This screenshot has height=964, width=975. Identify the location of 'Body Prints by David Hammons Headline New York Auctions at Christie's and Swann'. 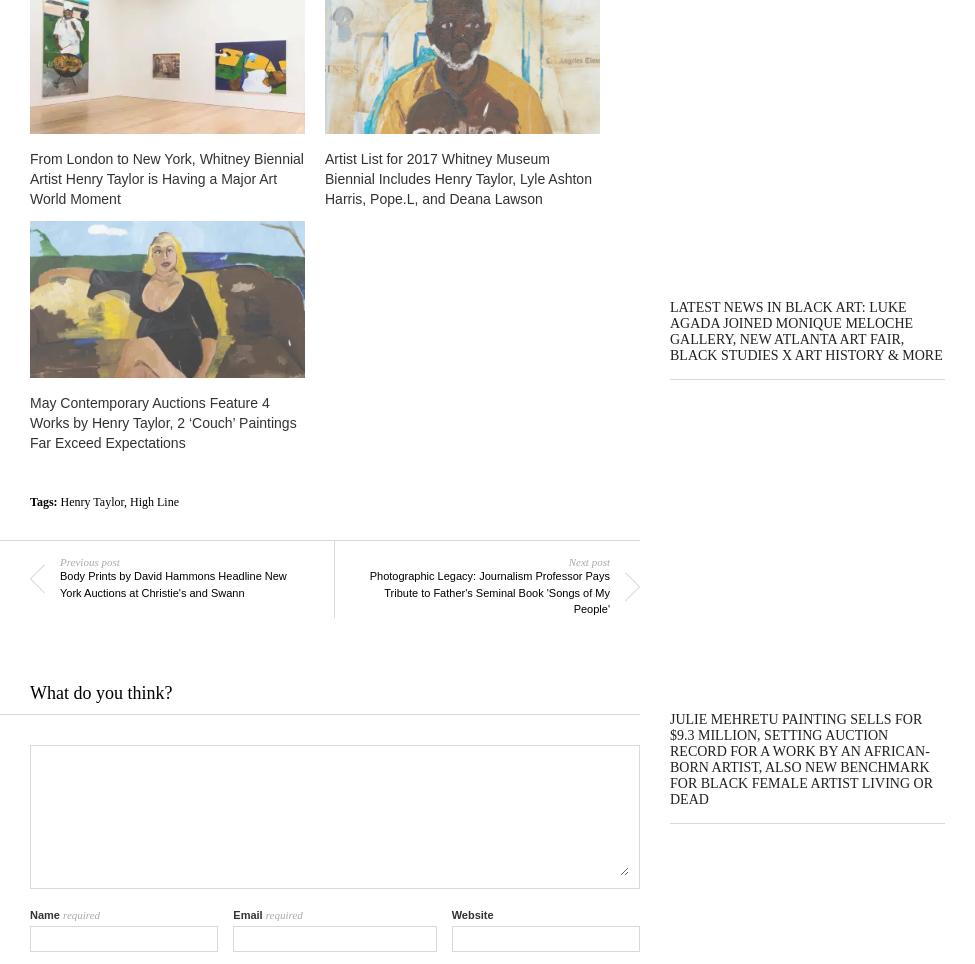
(171, 582).